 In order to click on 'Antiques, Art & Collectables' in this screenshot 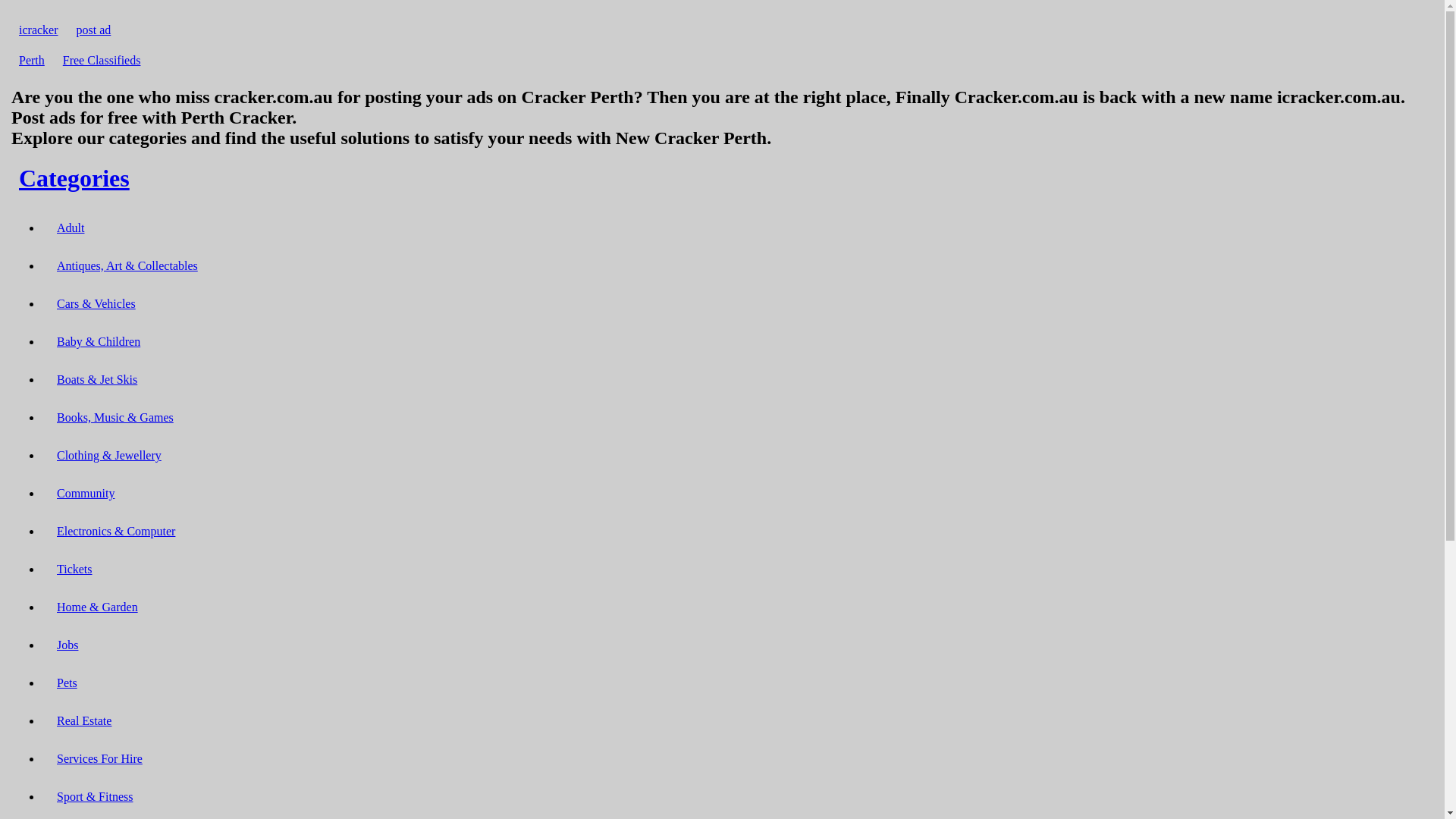, I will do `click(127, 265)`.